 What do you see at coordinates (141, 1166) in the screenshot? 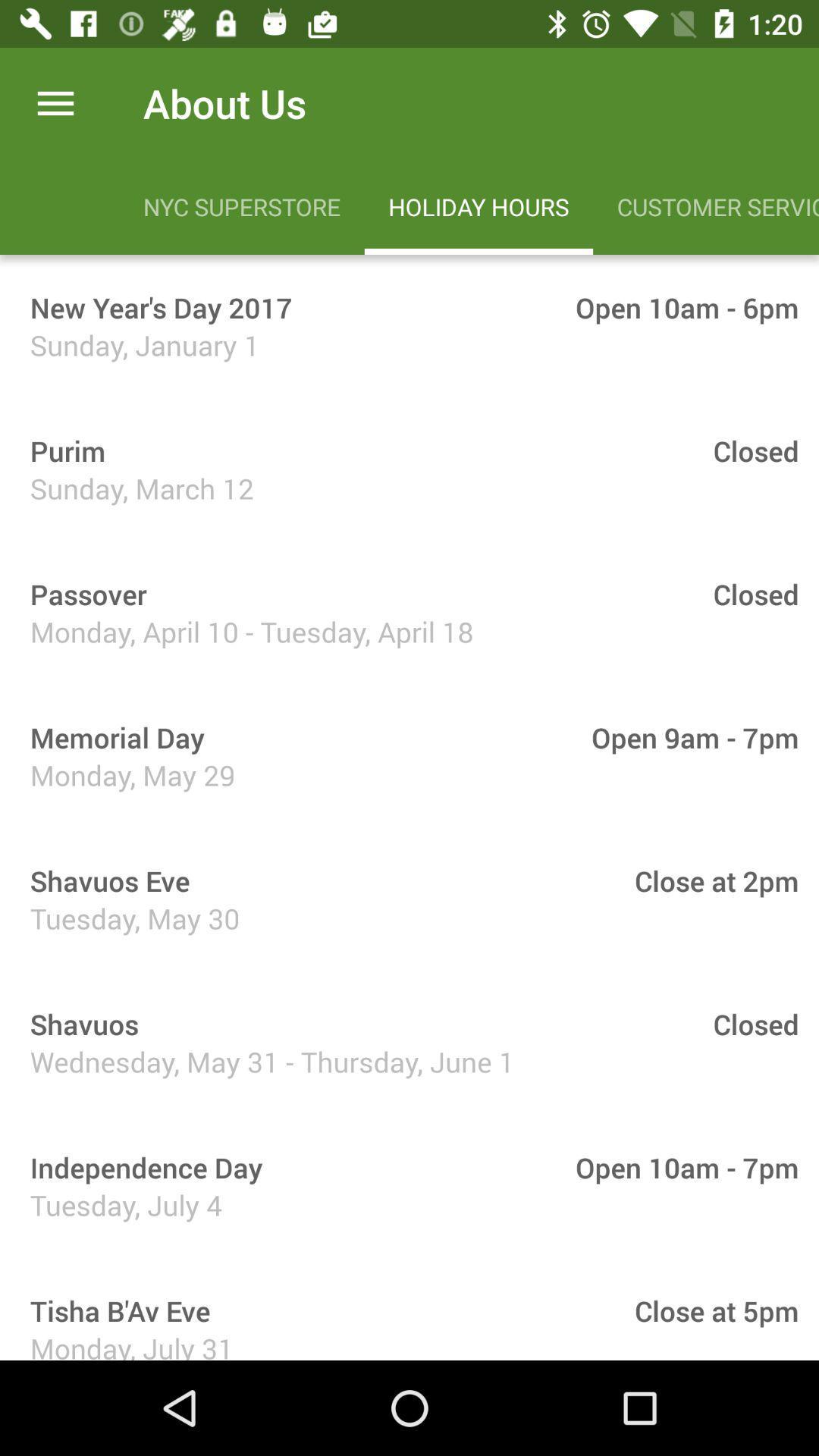
I see `the icon above tuesday, july 4 icon` at bounding box center [141, 1166].